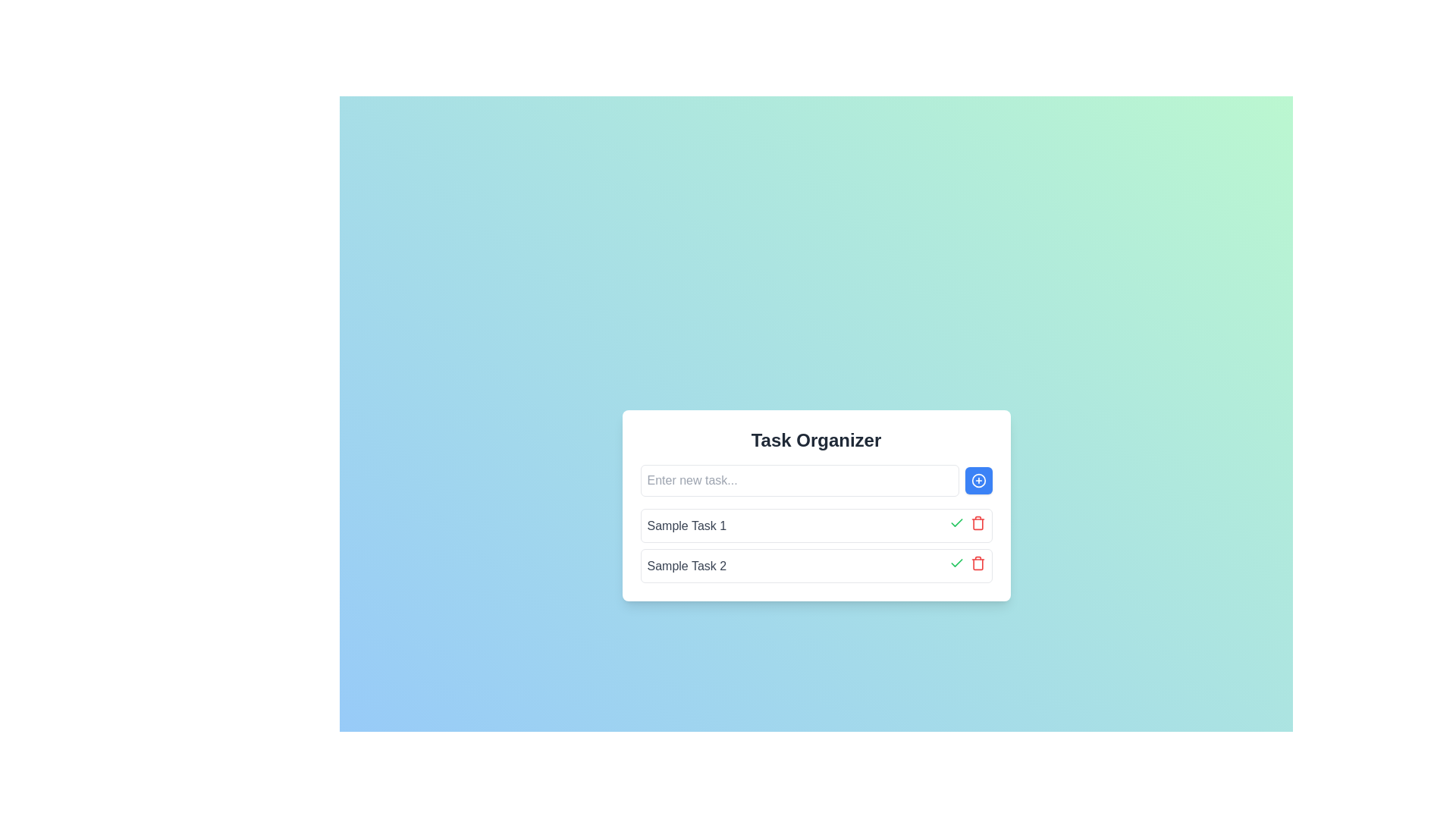  What do you see at coordinates (686, 525) in the screenshot?
I see `the text label representing the first task item in the task organizer application` at bounding box center [686, 525].